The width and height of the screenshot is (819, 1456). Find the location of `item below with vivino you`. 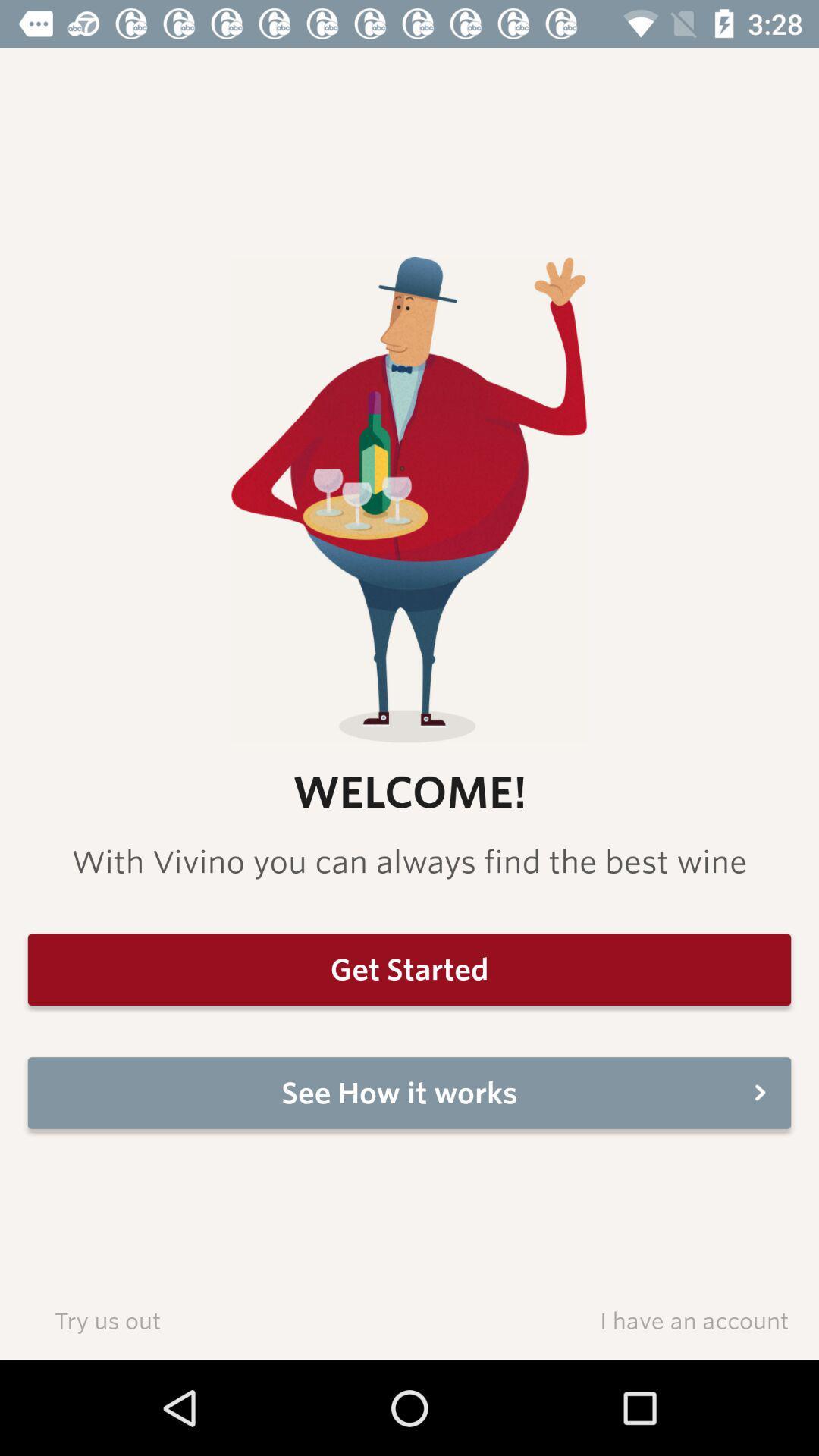

item below with vivino you is located at coordinates (409, 968).